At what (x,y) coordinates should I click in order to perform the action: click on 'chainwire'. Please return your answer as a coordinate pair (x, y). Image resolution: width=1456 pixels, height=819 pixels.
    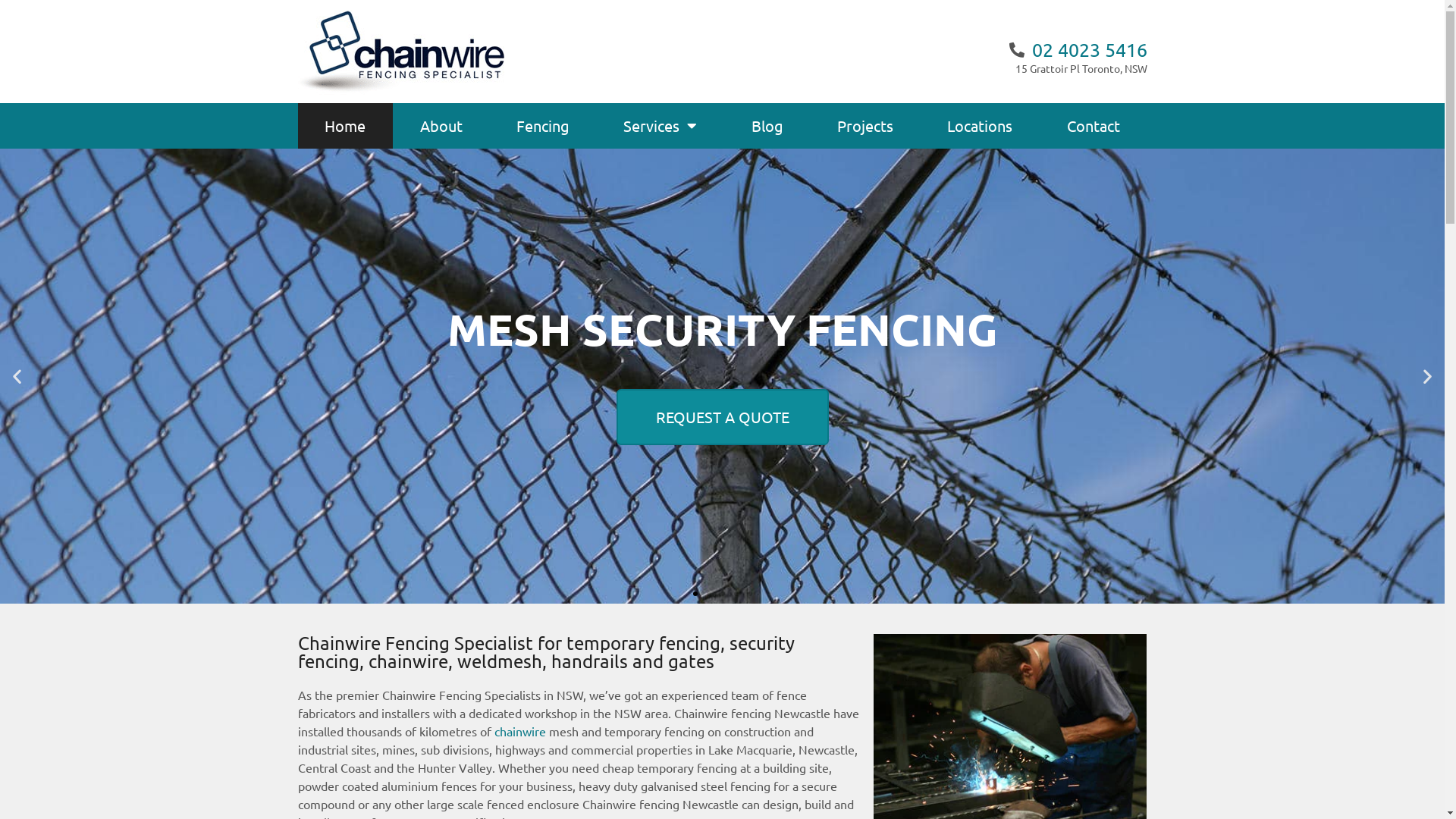
    Looking at the image, I should click on (520, 730).